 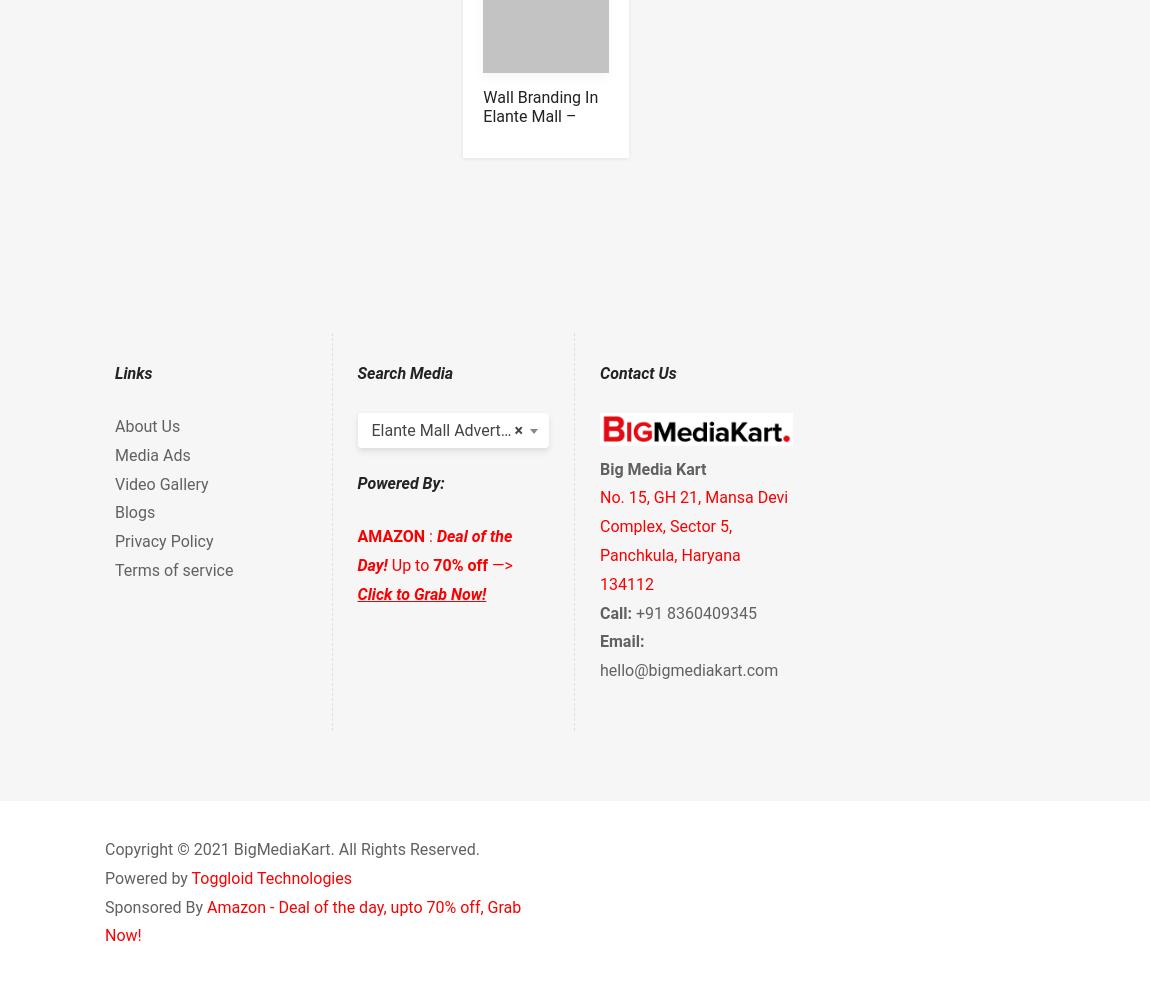 I want to click on 'Search Media', so click(x=405, y=372).